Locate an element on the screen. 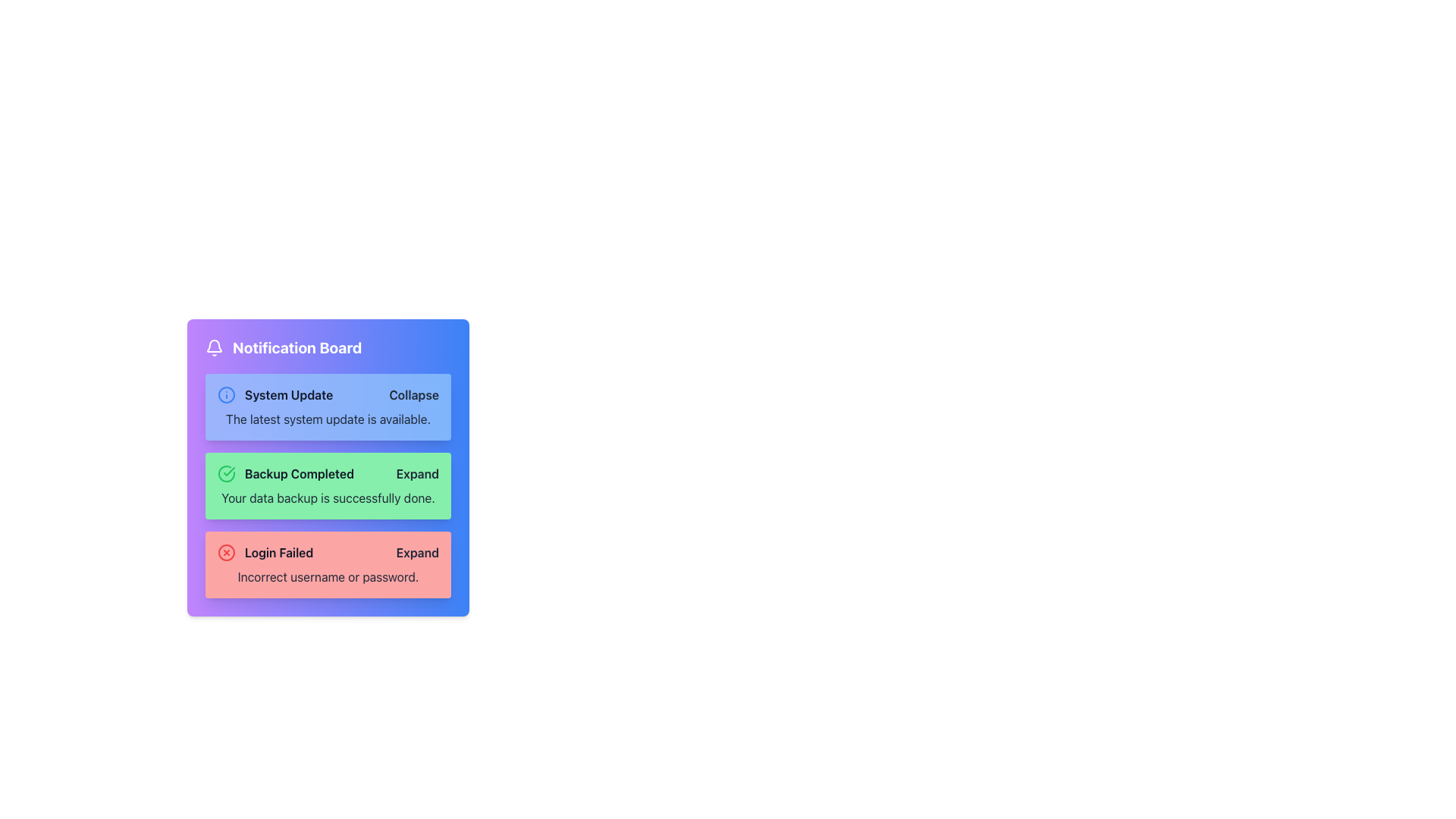  the collapsible toggle button located at the top-right corner of the 'System Update' notification box is located at coordinates (414, 394).